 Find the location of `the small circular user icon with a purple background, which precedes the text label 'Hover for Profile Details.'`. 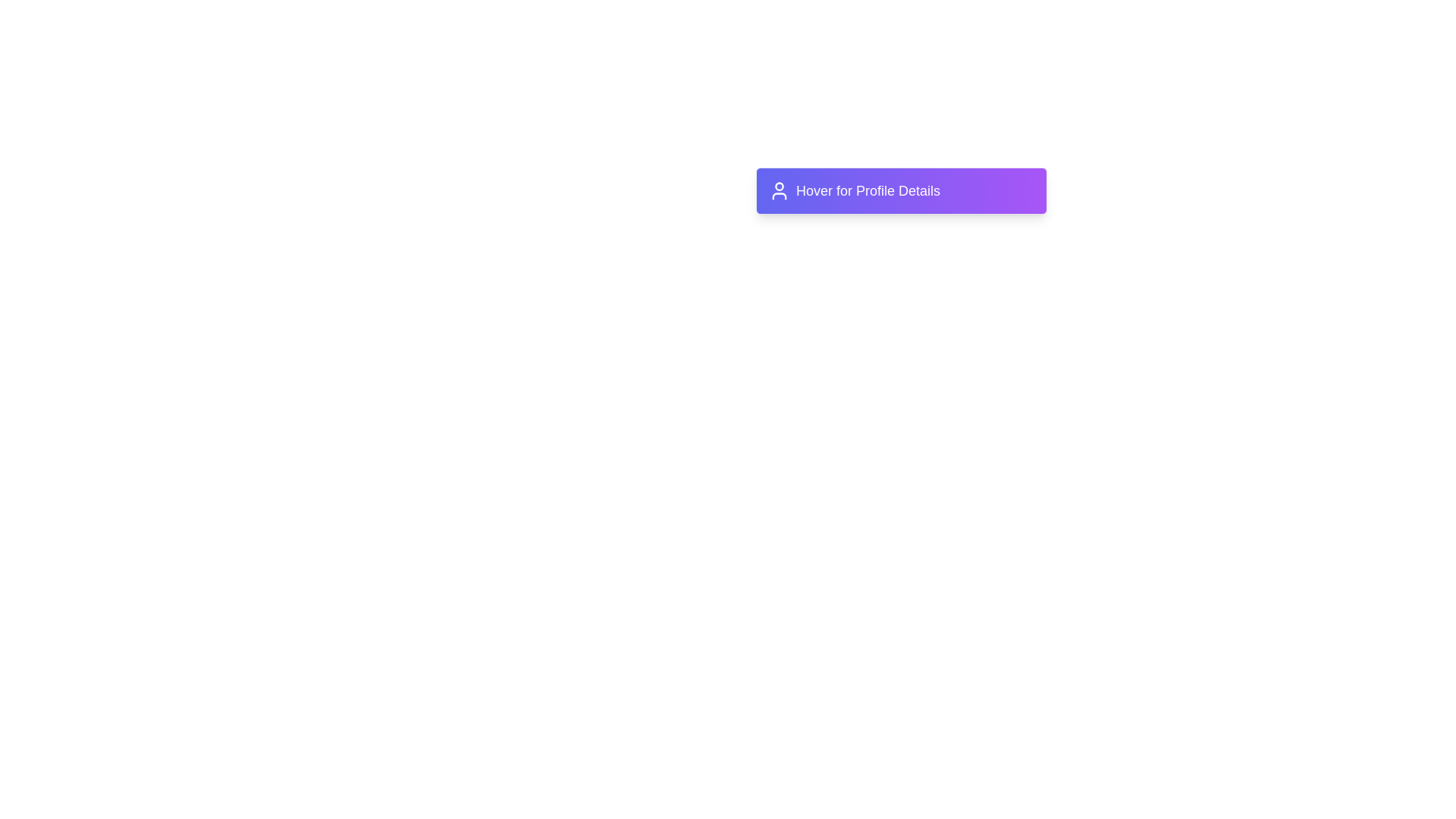

the small circular user icon with a purple background, which precedes the text label 'Hover for Profile Details.' is located at coordinates (779, 190).